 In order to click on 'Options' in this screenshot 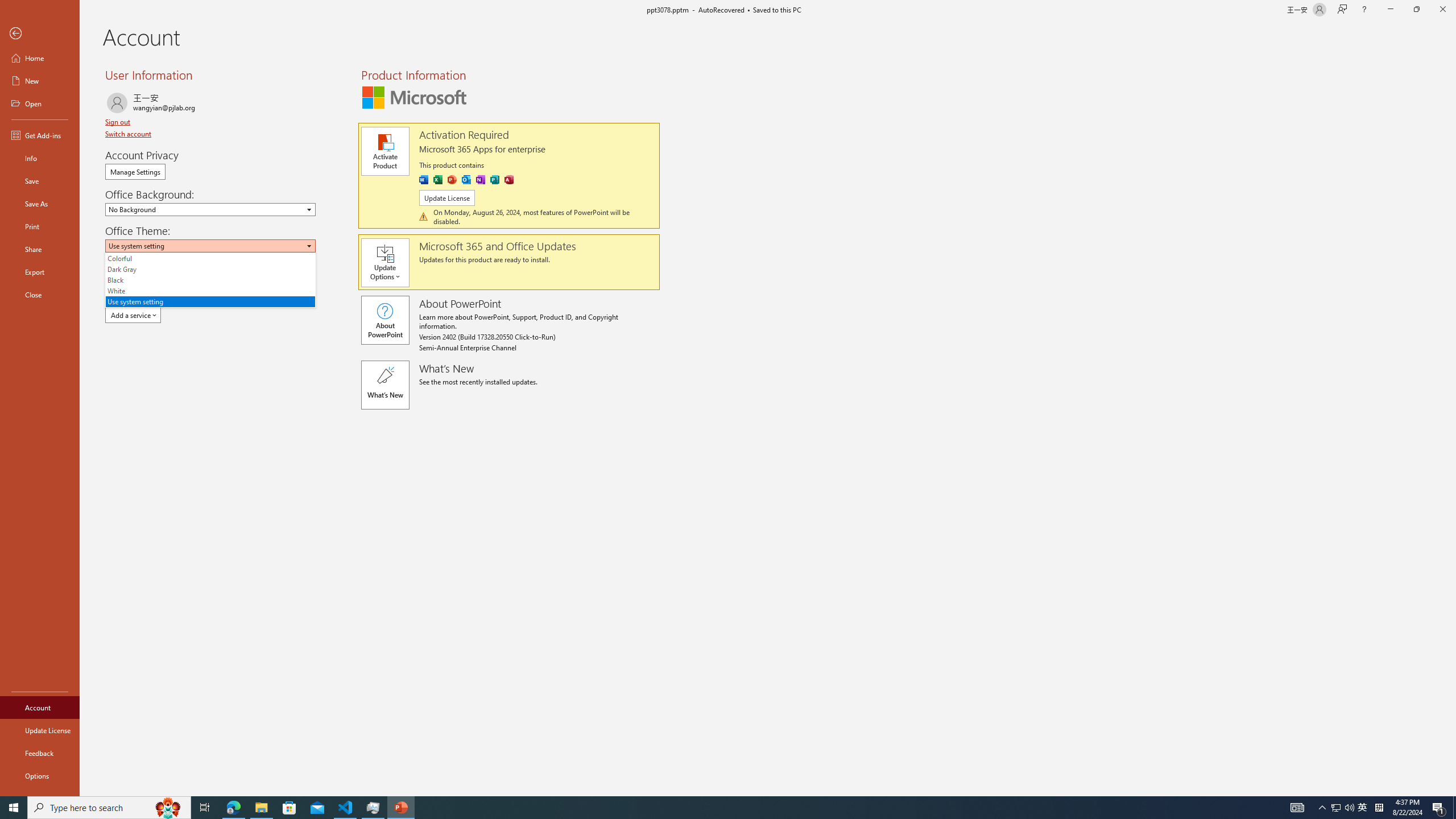, I will do `click(39, 775)`.